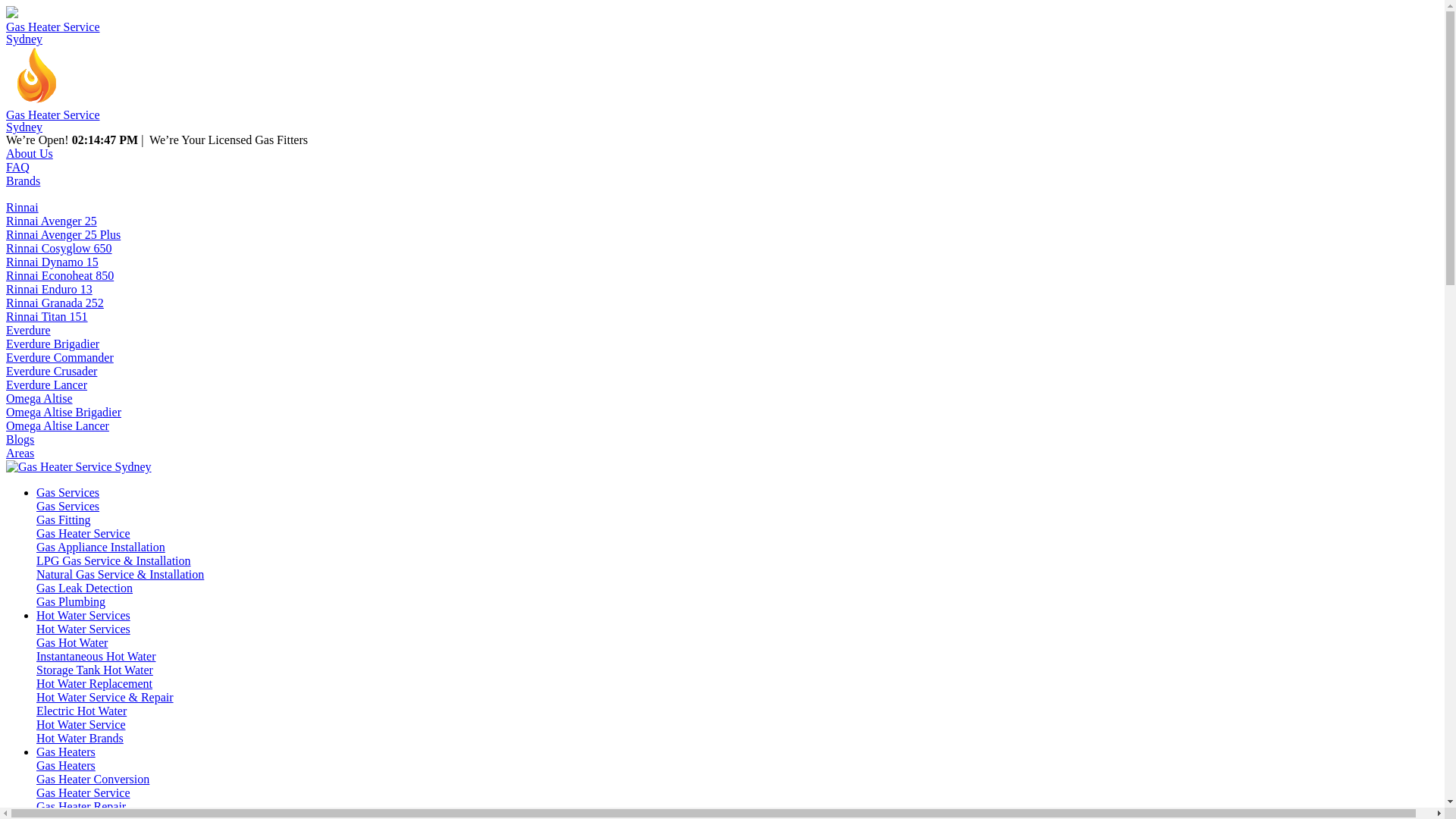  Describe the element at coordinates (52, 344) in the screenshot. I see `'Everdure Brigadier'` at that location.